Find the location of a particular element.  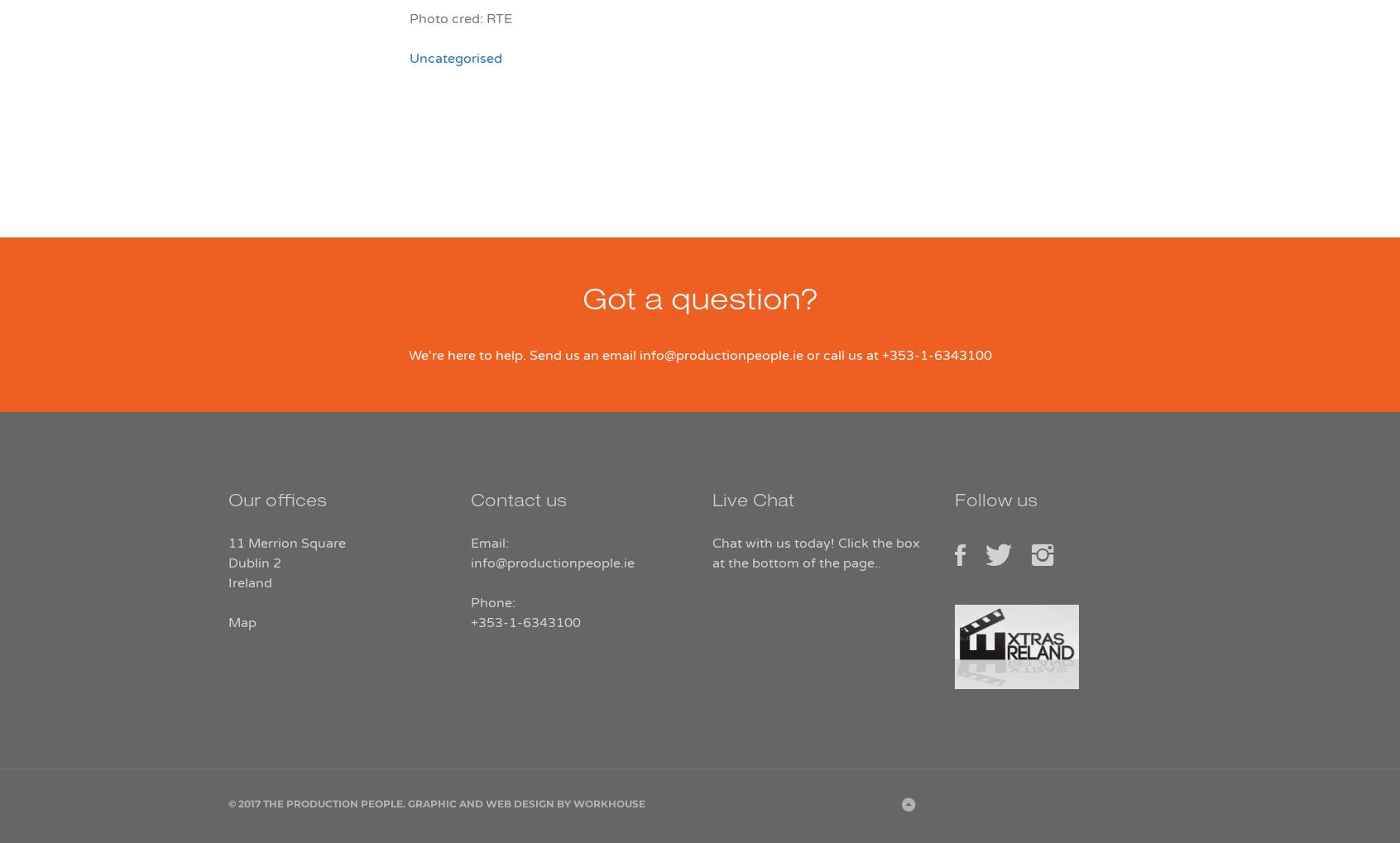

'Got a question?' is located at coordinates (700, 304).